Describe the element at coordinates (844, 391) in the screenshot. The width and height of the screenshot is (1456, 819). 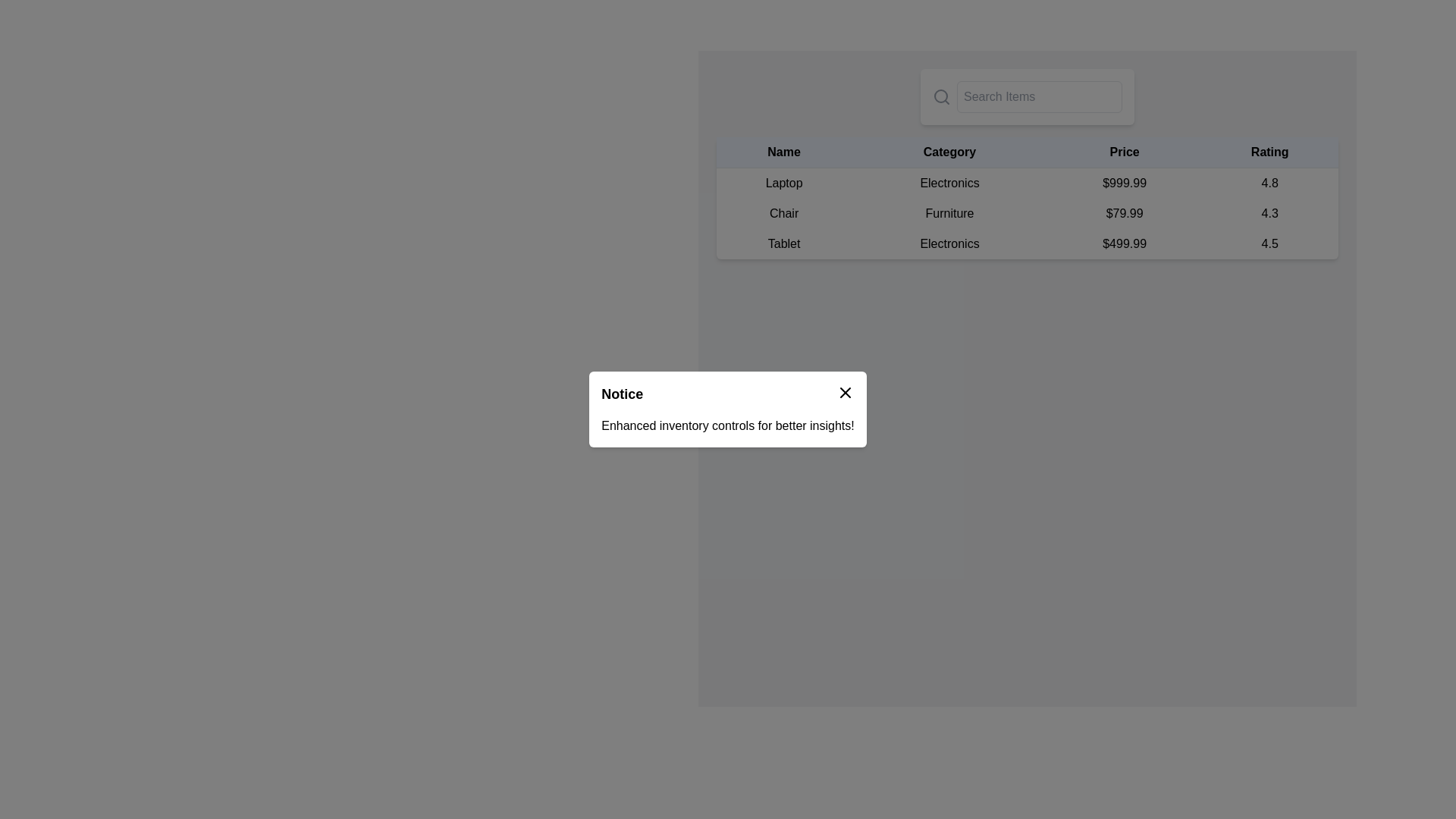
I see `the Close Icon at the top-right corner of the 'Notice' modal` at that location.